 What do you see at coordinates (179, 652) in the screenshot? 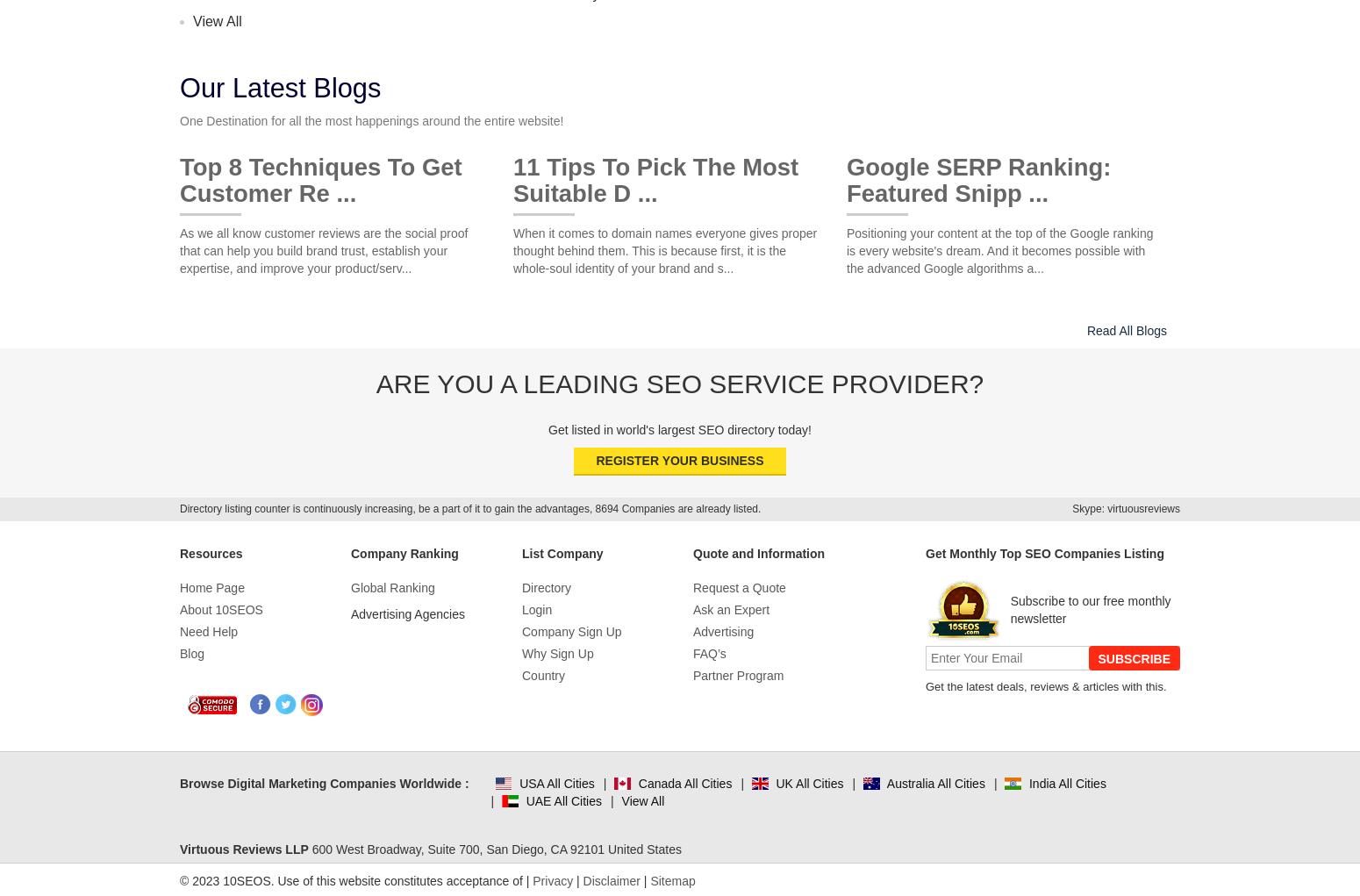
I see `'Blog'` at bounding box center [179, 652].